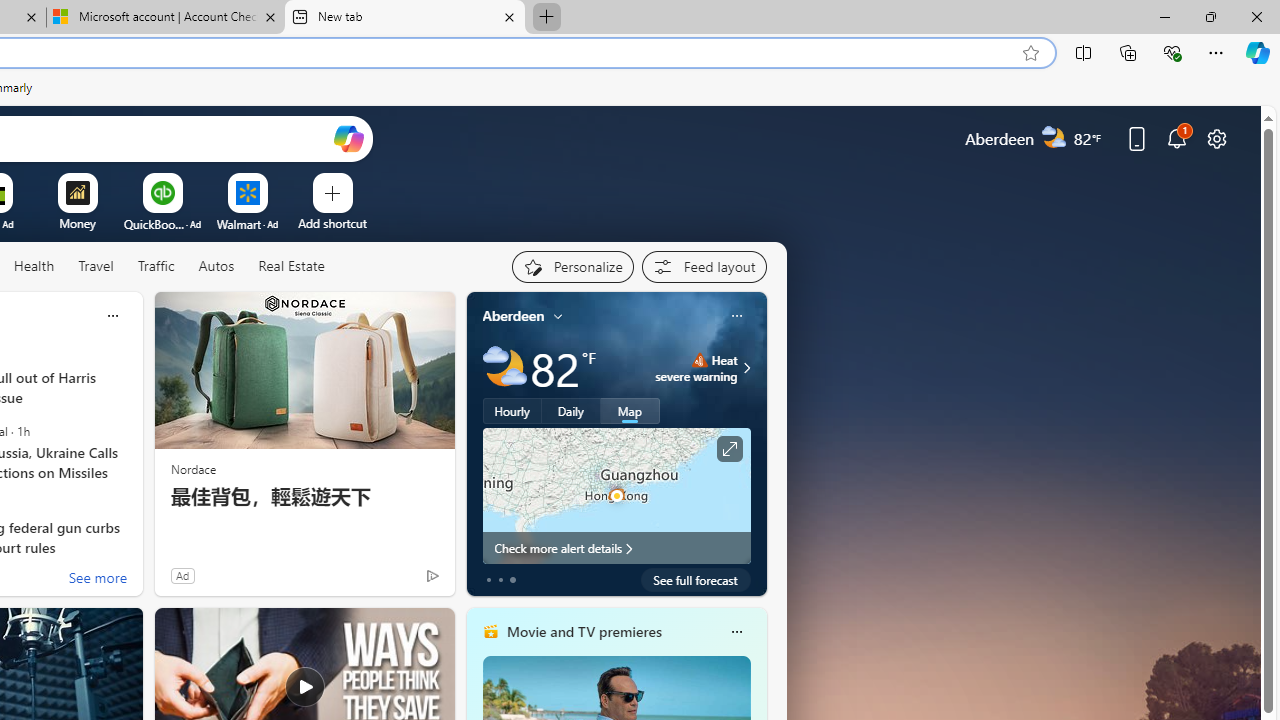 The width and height of the screenshot is (1280, 720). I want to click on 'Microsoft account | Account Checkup', so click(166, 17).